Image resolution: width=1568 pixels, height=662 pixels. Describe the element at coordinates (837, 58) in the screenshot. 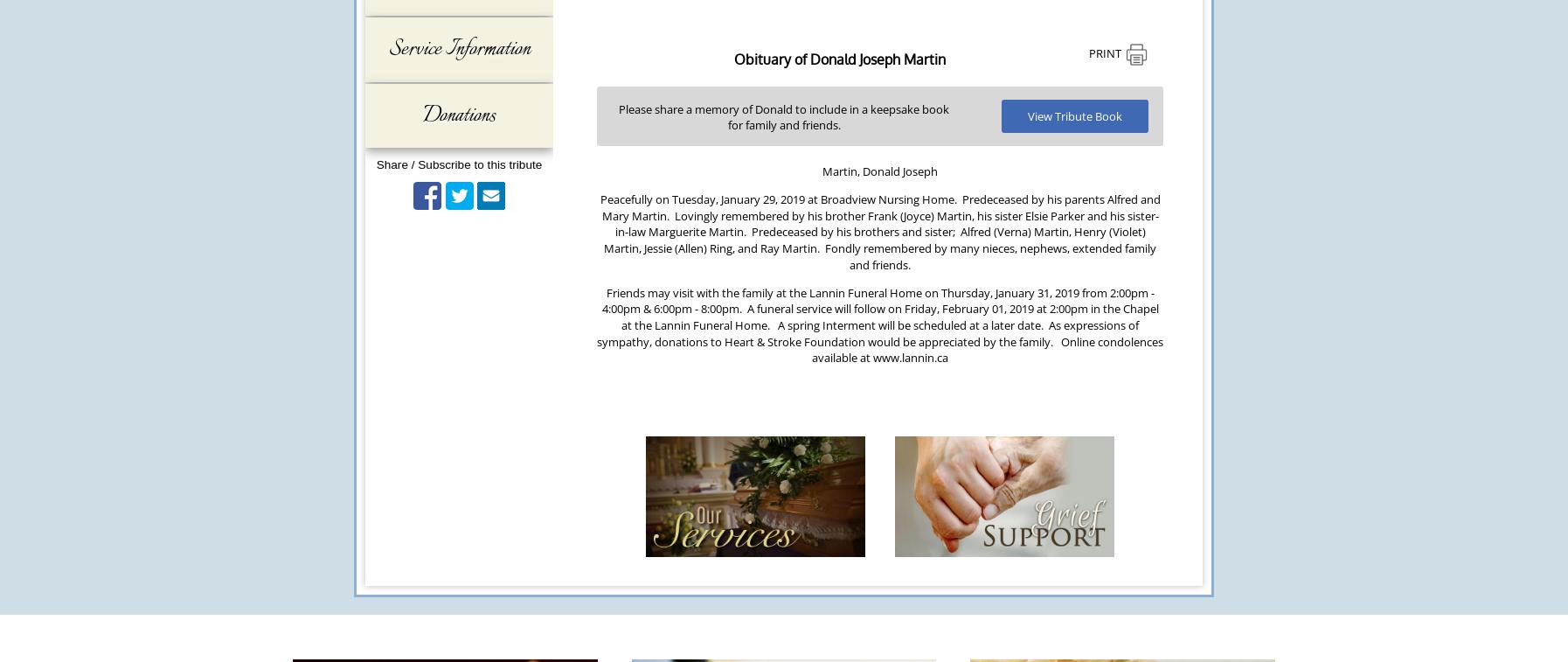

I see `'Obituary of Donald Joseph Martin'` at that location.